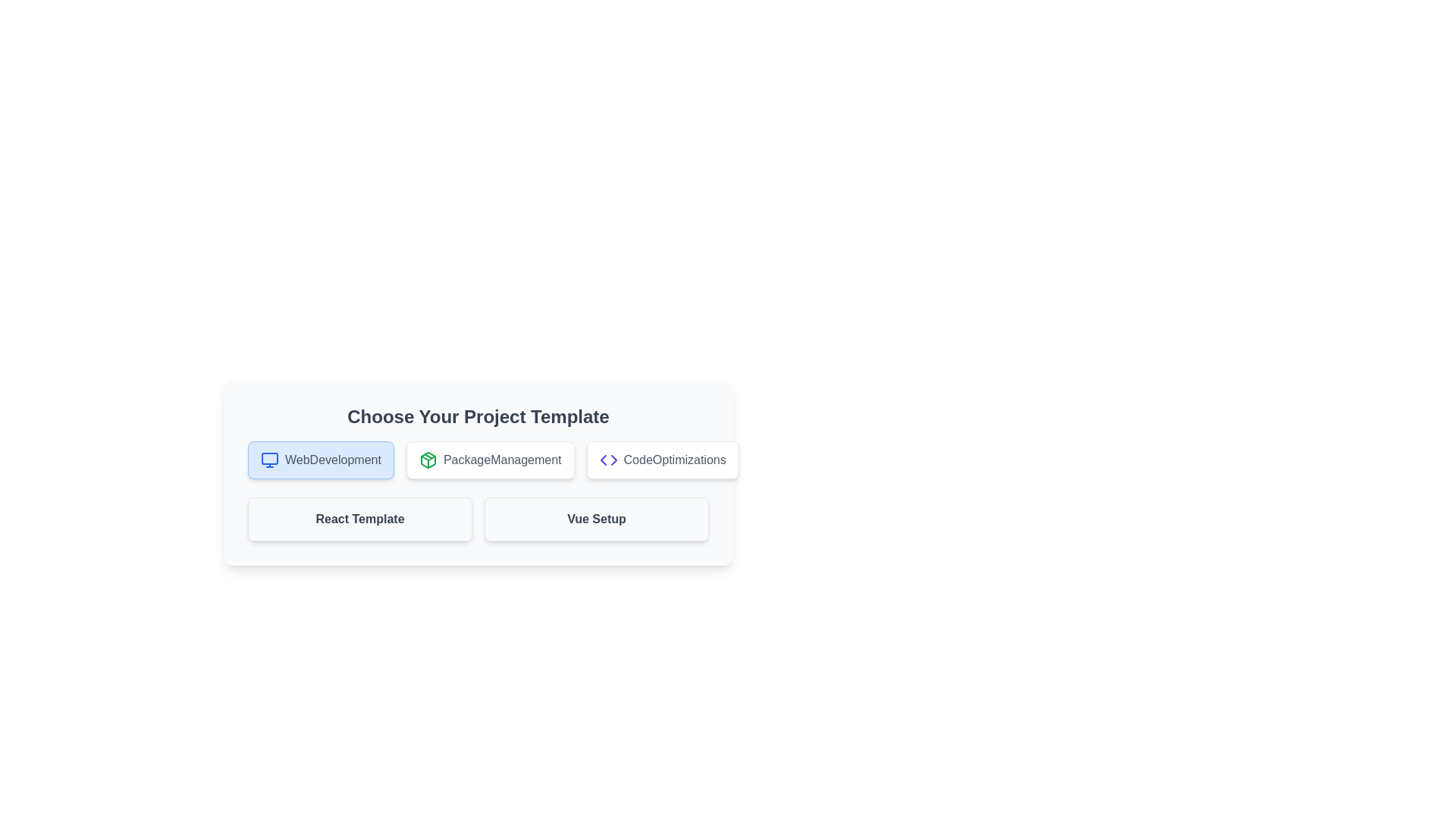 The image size is (1456, 819). I want to click on the text label 'CodeOptimizations' which is styled in medium gray, positioned in the bottom row of a grid of project templates, specifically in the third column from the left, adjacent to a coding brackets icon, so click(674, 459).